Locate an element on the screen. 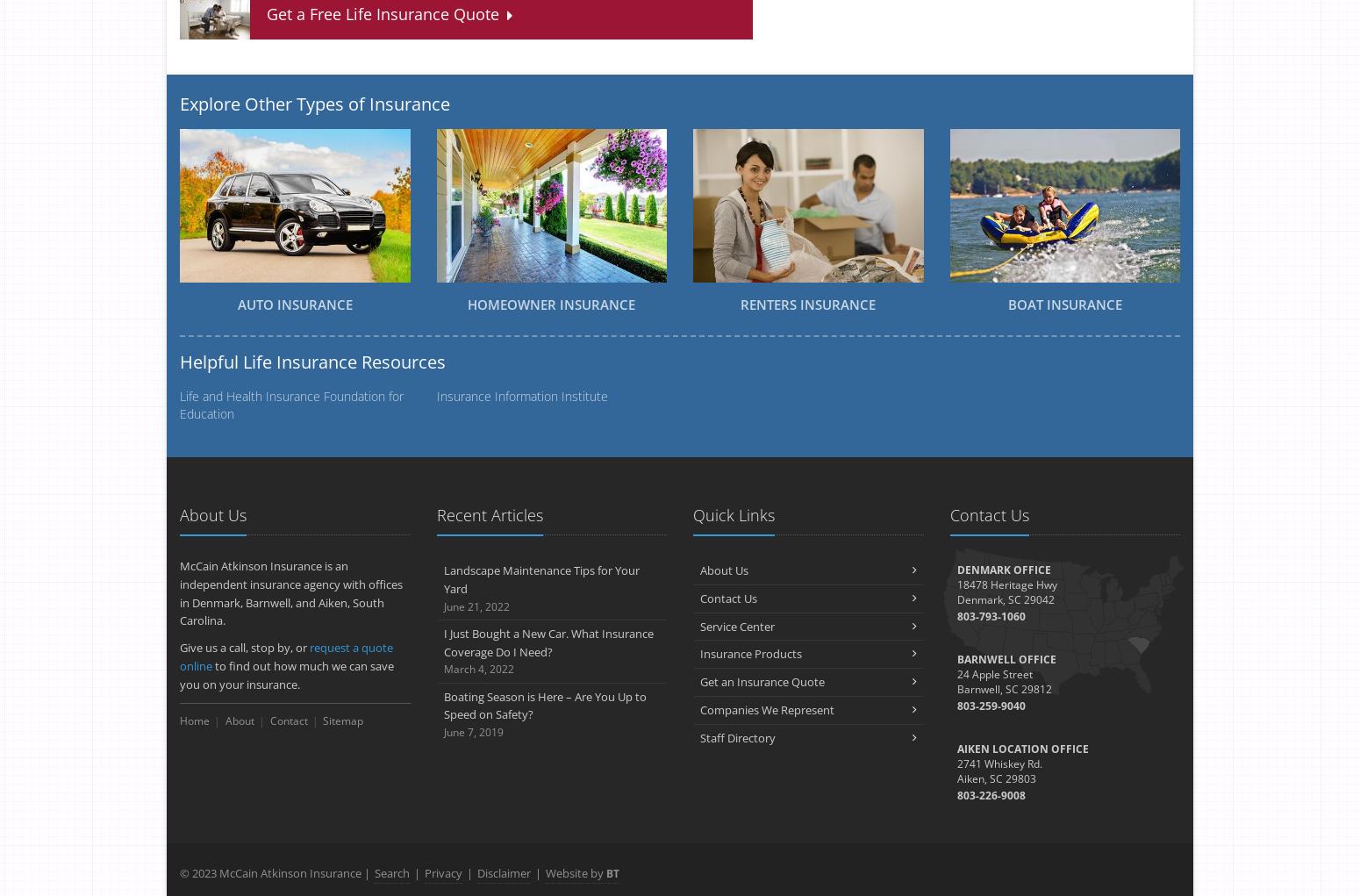 The height and width of the screenshot is (896, 1360). 'Boat Insurance' is located at coordinates (1064, 304).